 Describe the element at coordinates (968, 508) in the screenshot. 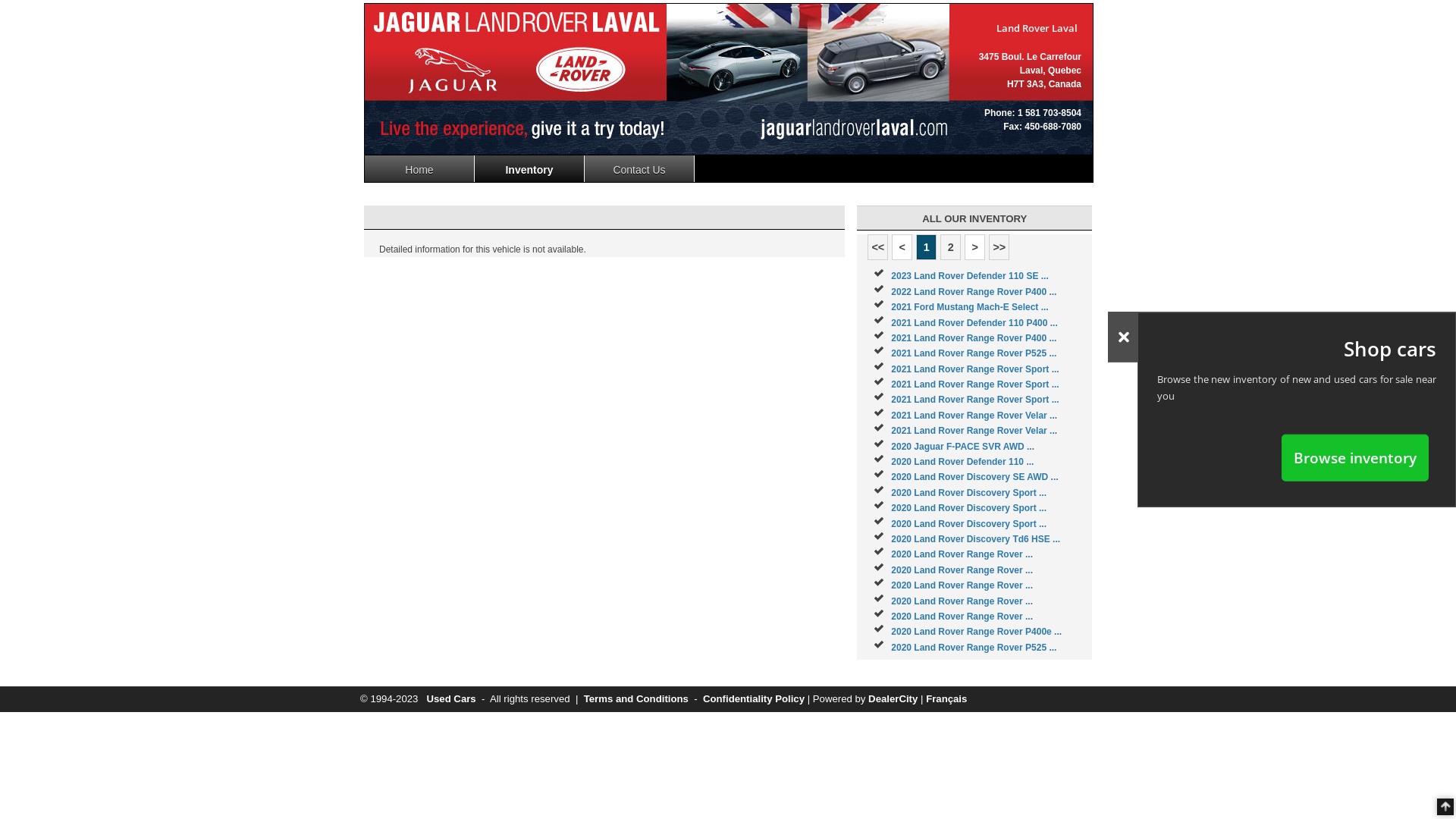

I see `'2020 Land Rover Discovery Sport ...'` at that location.